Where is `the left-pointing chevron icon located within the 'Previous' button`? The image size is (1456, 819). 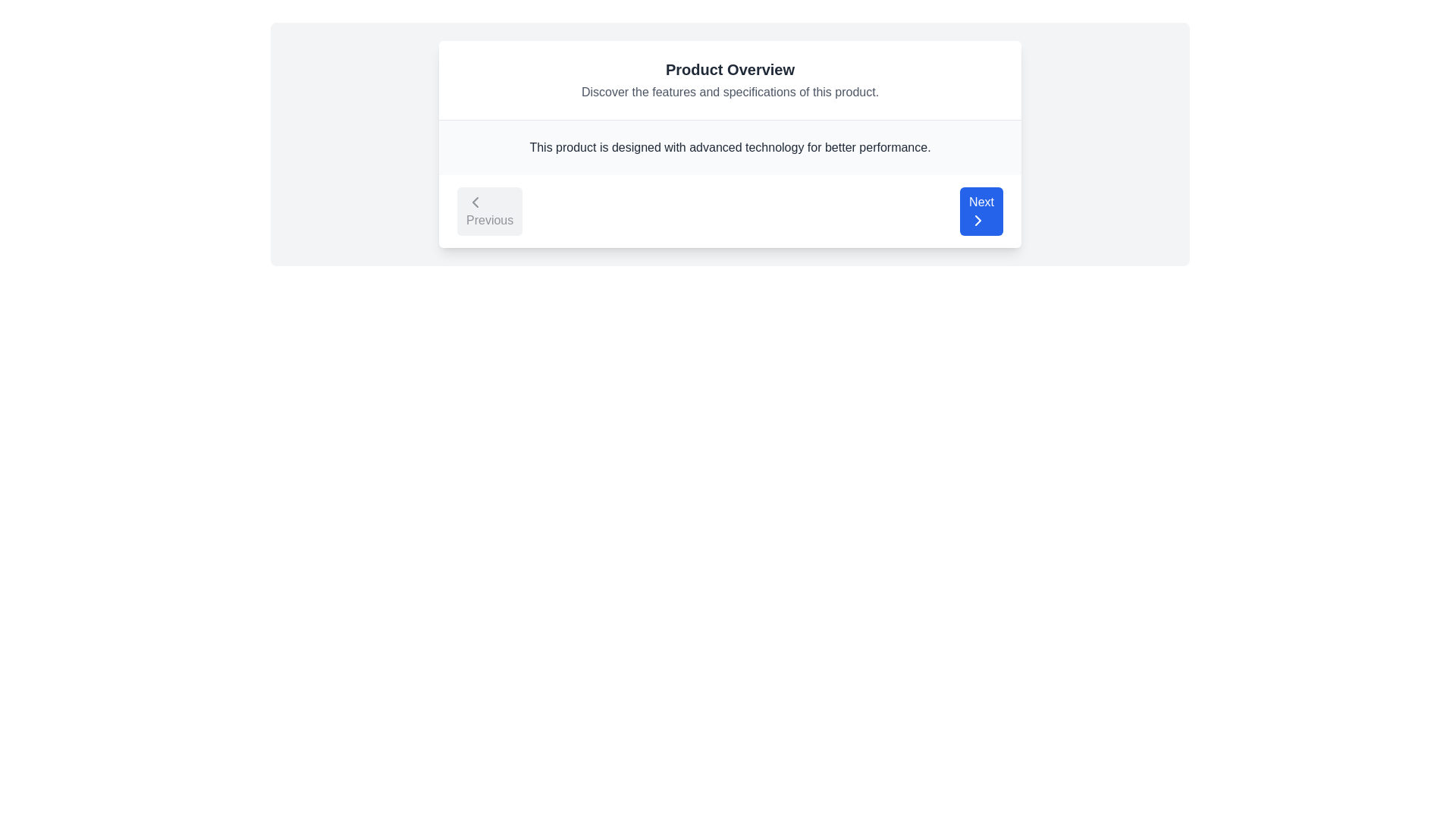
the left-pointing chevron icon located within the 'Previous' button is located at coordinates (475, 201).